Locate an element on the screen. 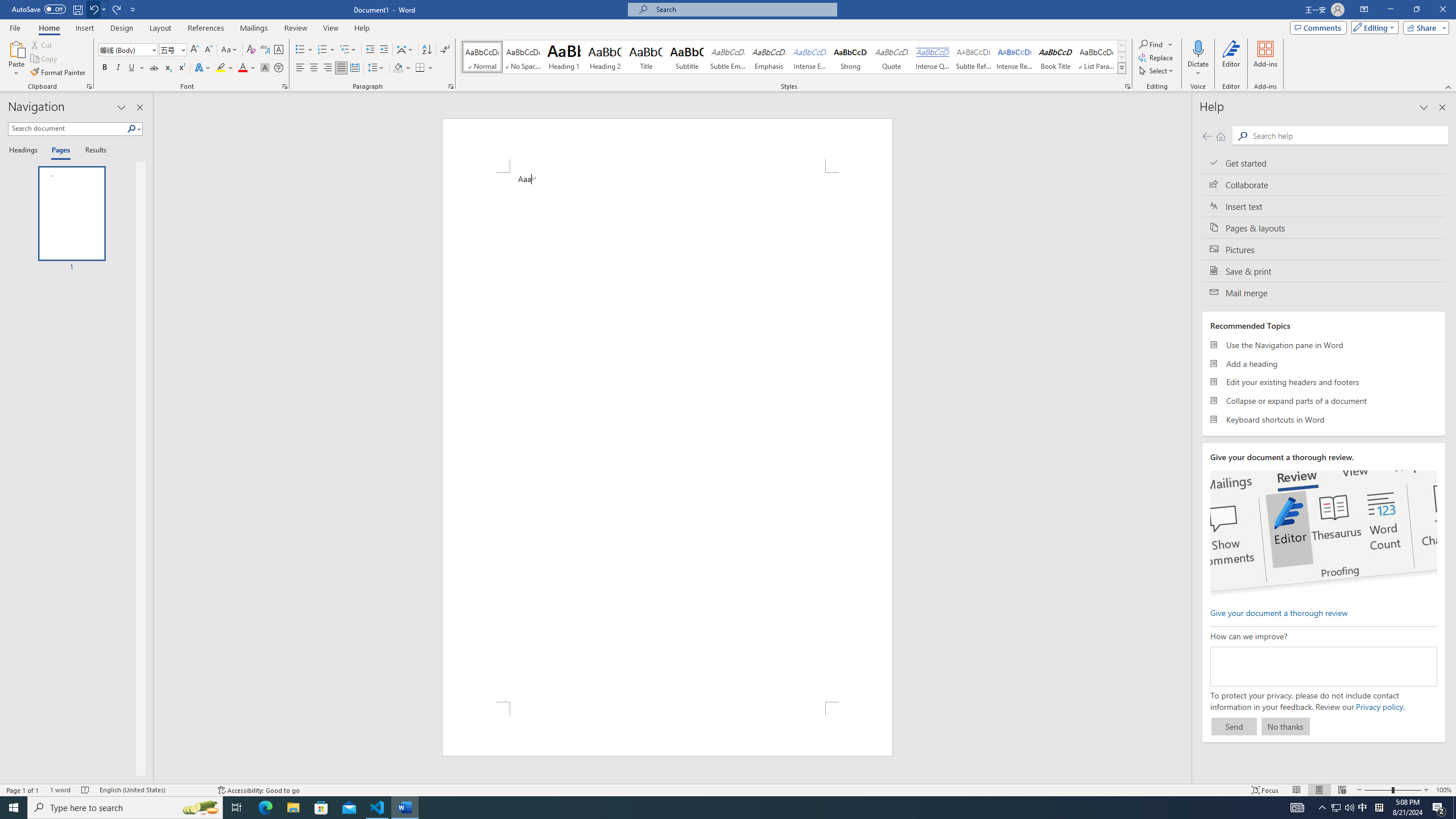 The image size is (1456, 819). 'Privacy policy' is located at coordinates (1379, 706).